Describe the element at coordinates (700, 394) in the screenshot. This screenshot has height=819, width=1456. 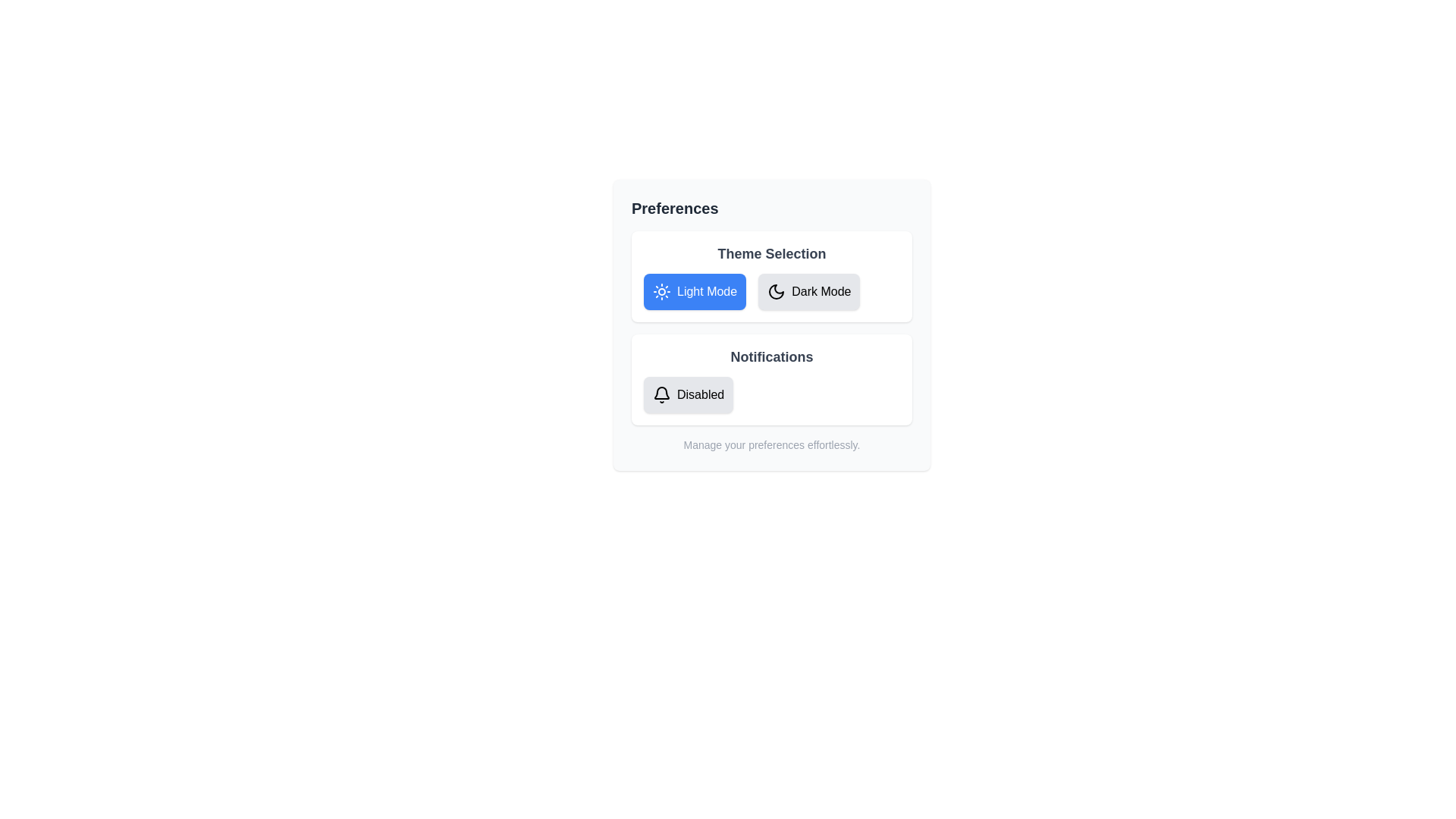
I see `the static text label indicating 'Disabled' located in the Notifications section of the Preferences interface, positioned to the right of the bell icon` at that location.